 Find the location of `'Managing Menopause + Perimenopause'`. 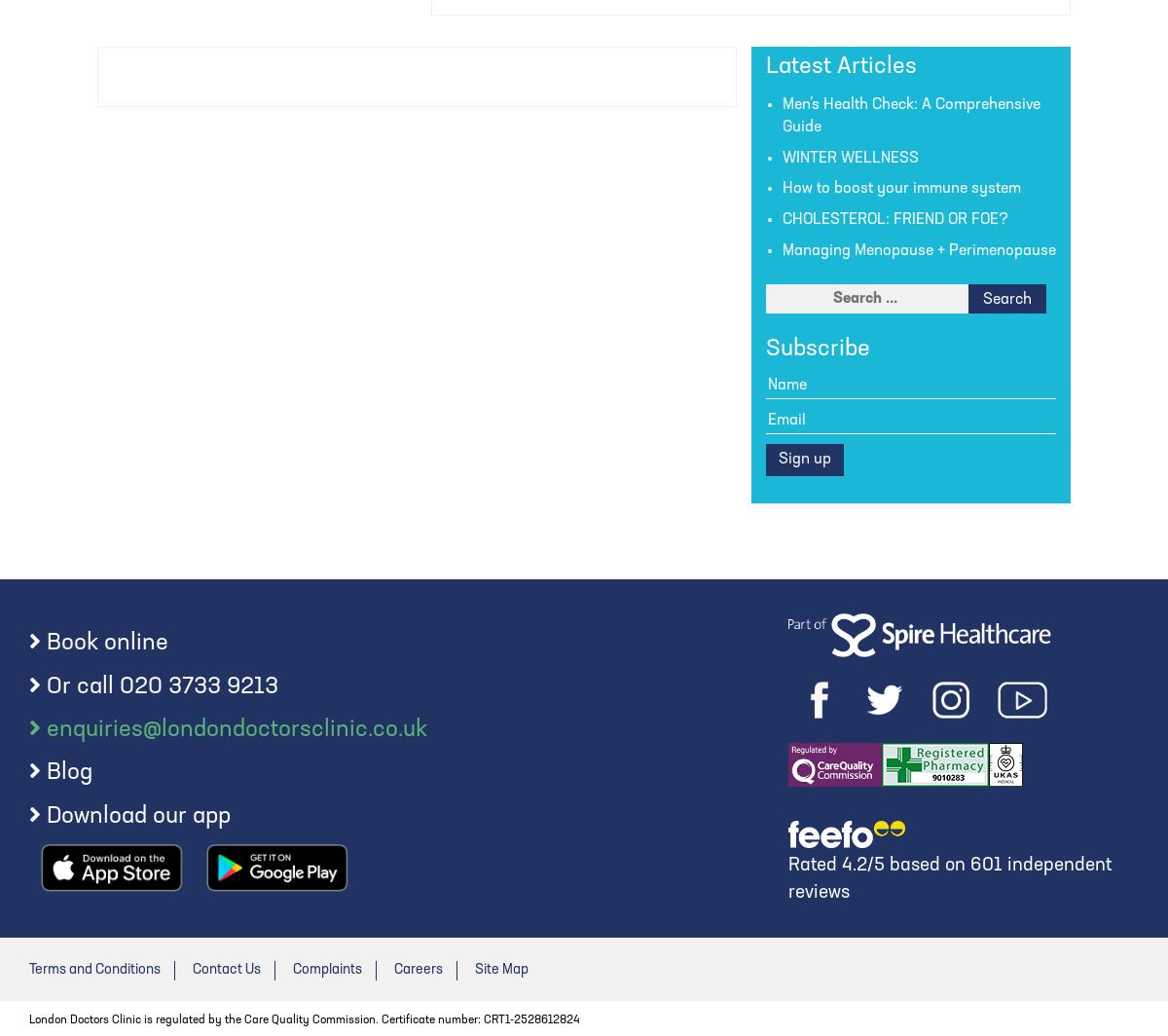

'Managing Menopause + Perimenopause' is located at coordinates (918, 251).